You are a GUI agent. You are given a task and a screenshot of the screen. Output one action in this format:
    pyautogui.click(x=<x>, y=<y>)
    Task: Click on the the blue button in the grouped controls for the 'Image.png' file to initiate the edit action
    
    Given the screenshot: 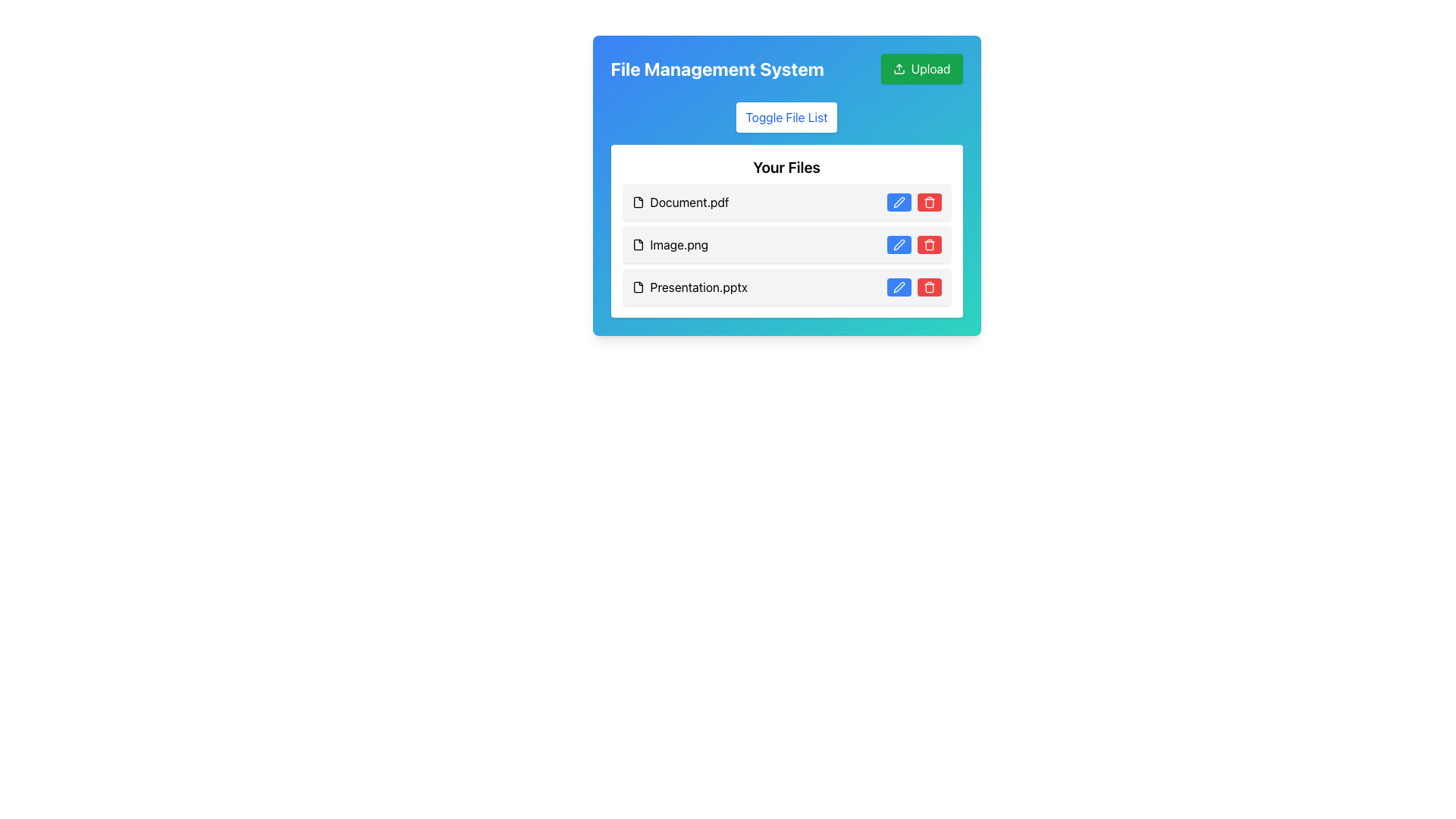 What is the action you would take?
    pyautogui.click(x=913, y=244)
    